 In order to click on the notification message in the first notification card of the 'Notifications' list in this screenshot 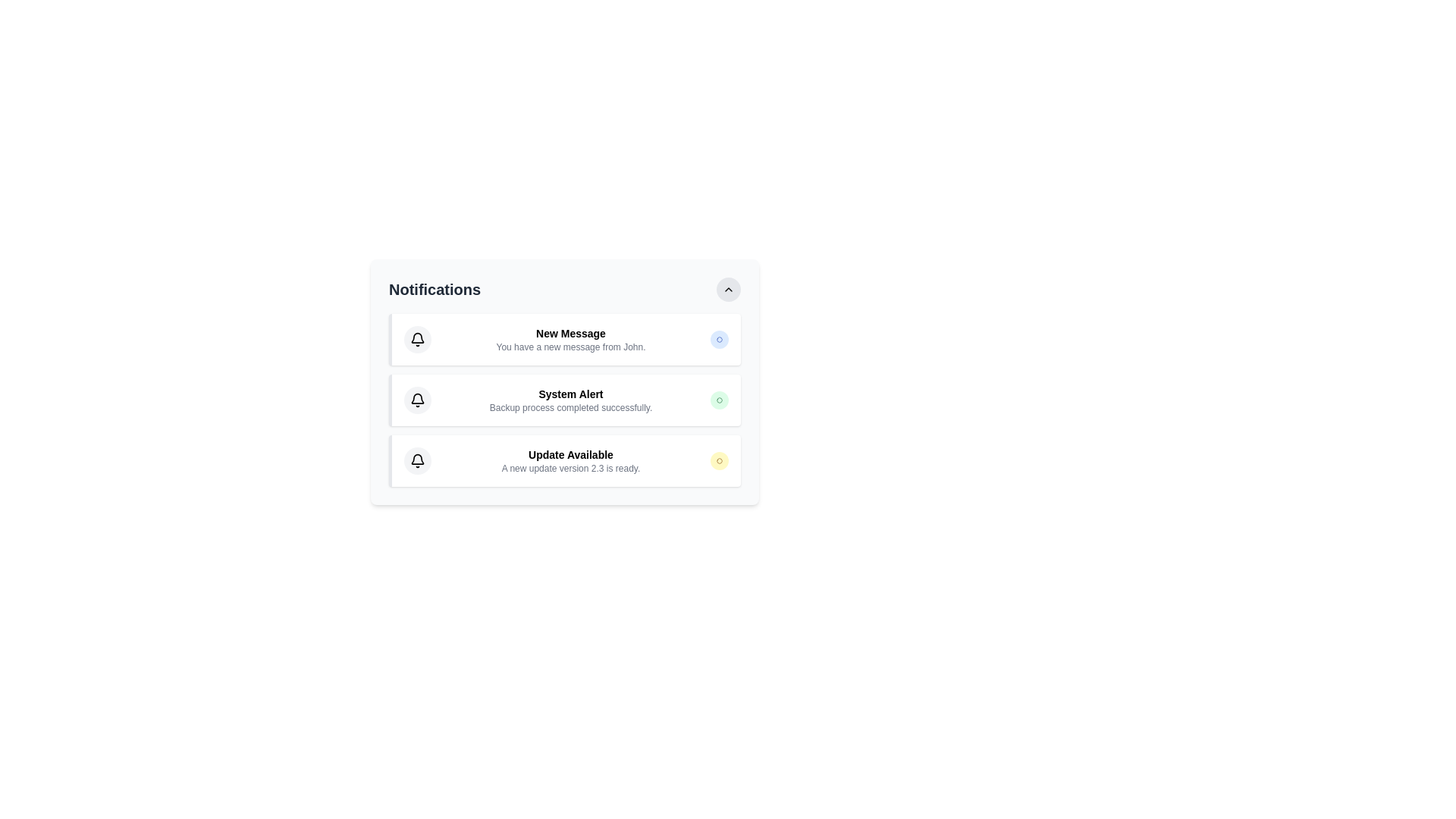, I will do `click(570, 338)`.